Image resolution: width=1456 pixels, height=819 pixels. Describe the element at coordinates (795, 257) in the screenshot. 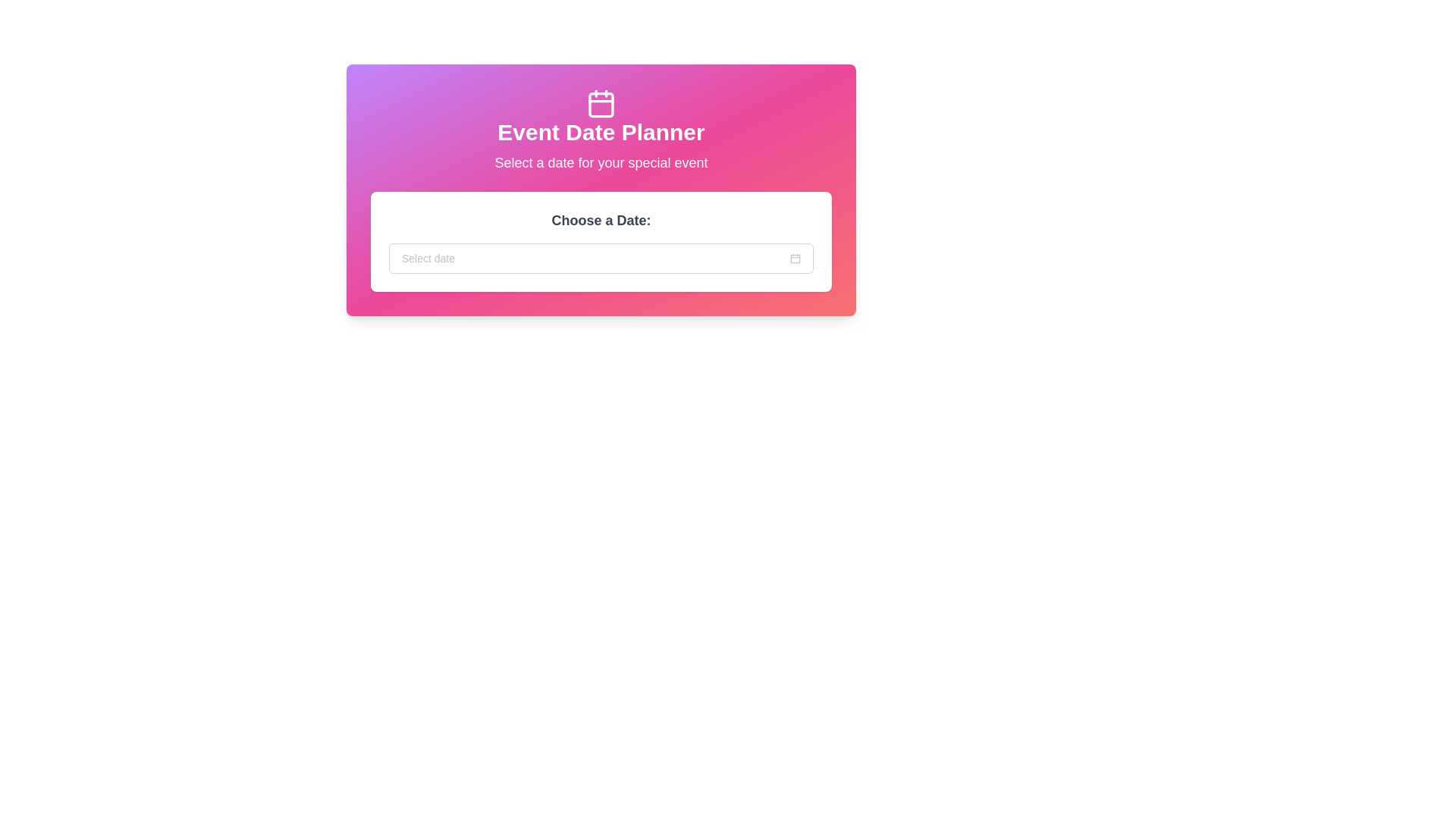

I see `the date-picker icon located at the top-right of the input field's white box to emphasize its visual presence` at that location.